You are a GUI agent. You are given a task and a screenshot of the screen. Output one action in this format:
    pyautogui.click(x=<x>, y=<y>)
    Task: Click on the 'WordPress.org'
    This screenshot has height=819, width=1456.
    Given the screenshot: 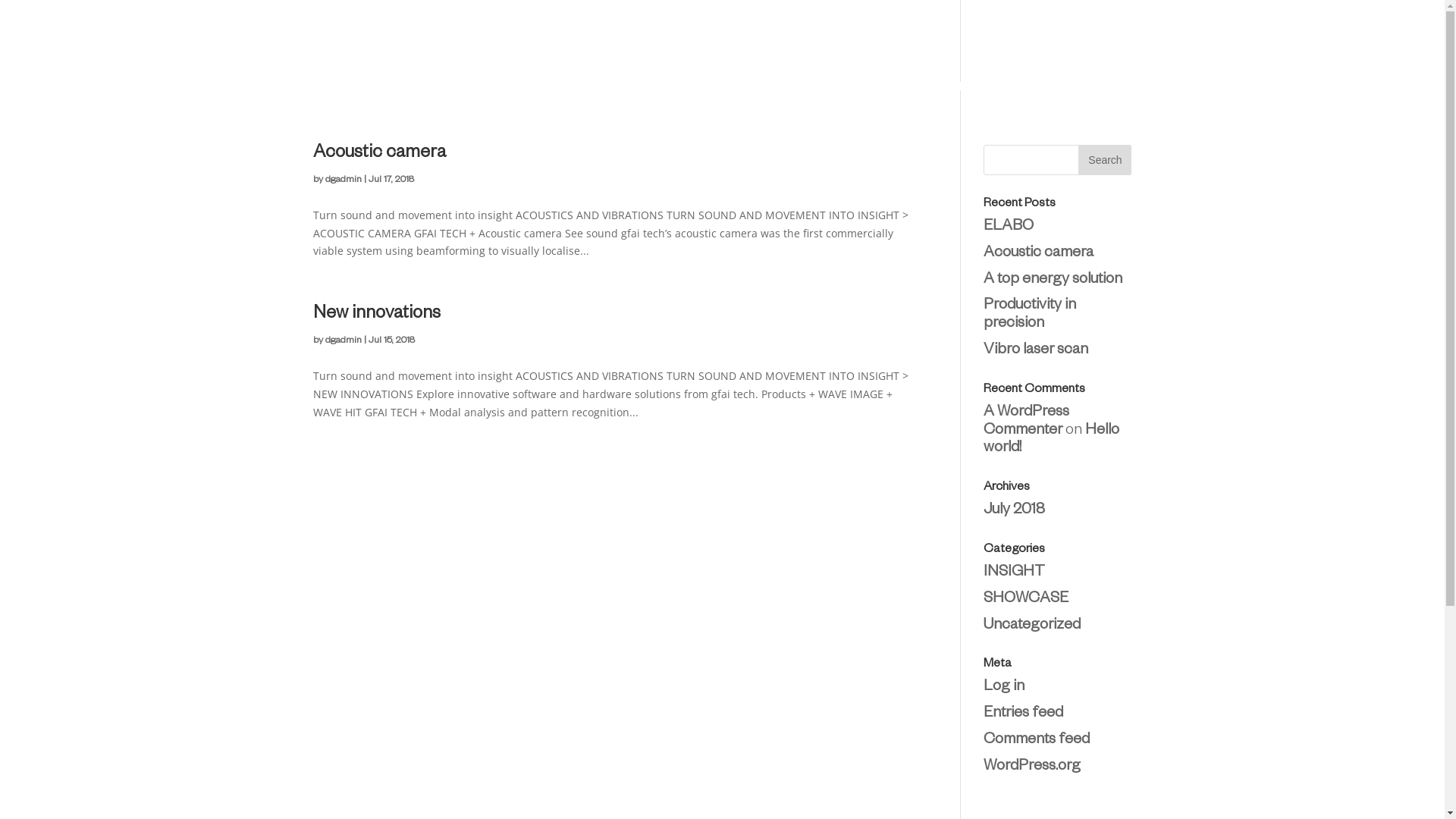 What is the action you would take?
    pyautogui.click(x=1031, y=767)
    